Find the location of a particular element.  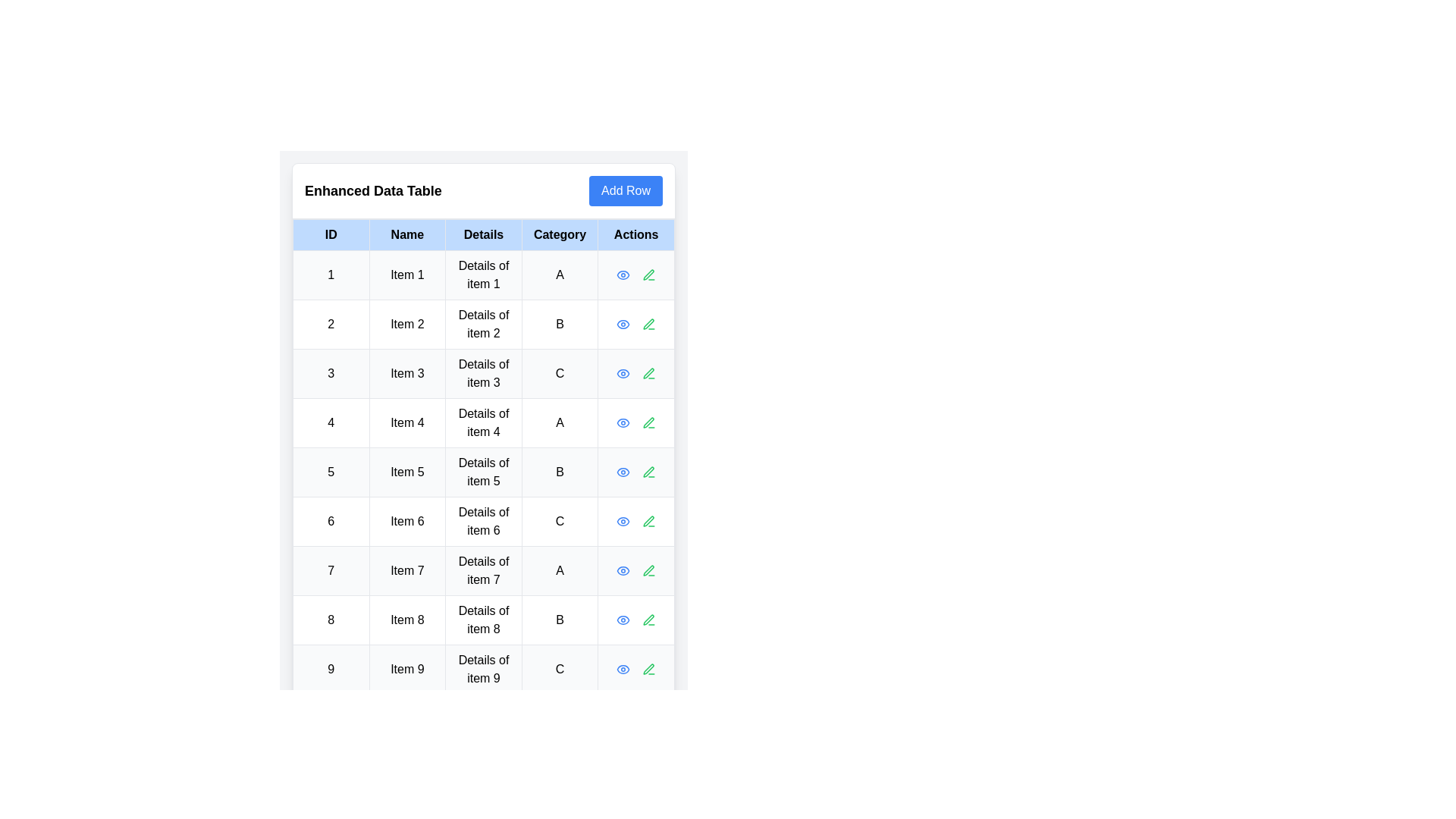

the icon button in the 'Actions' column for 'Item 6' is located at coordinates (623, 520).